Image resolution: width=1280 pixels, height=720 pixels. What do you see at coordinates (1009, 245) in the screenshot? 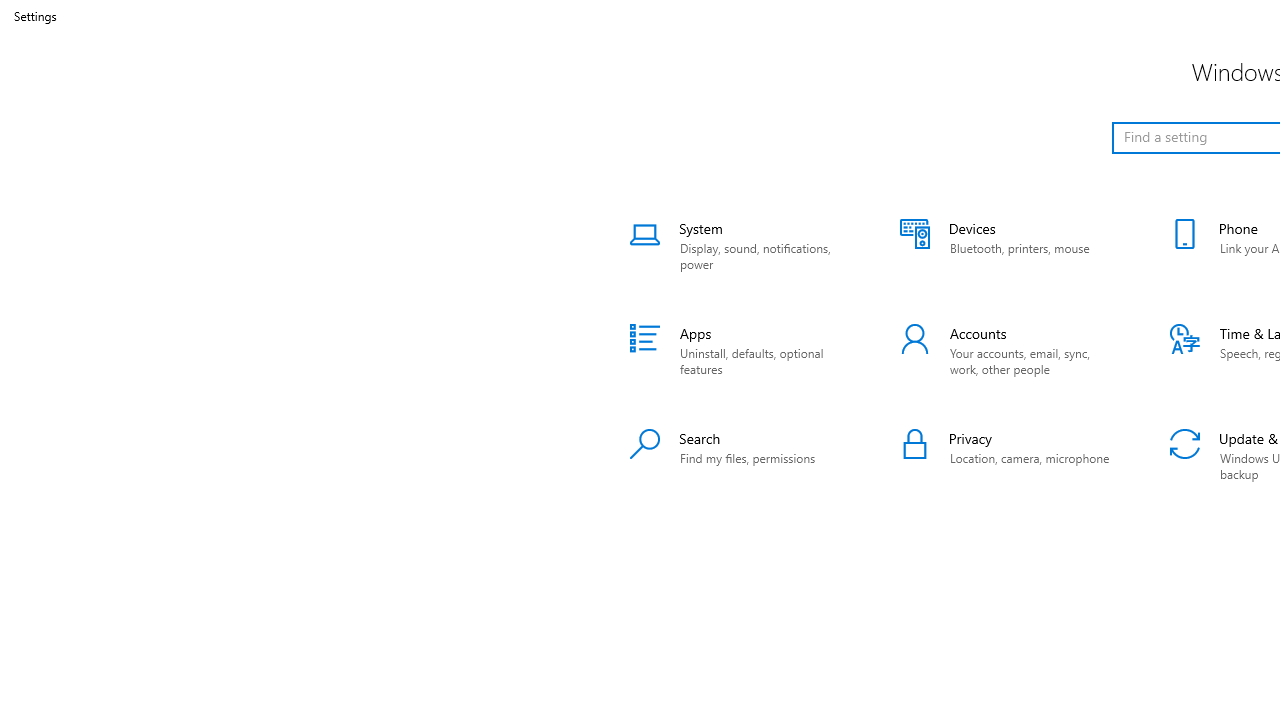
I see `'Devices'` at bounding box center [1009, 245].